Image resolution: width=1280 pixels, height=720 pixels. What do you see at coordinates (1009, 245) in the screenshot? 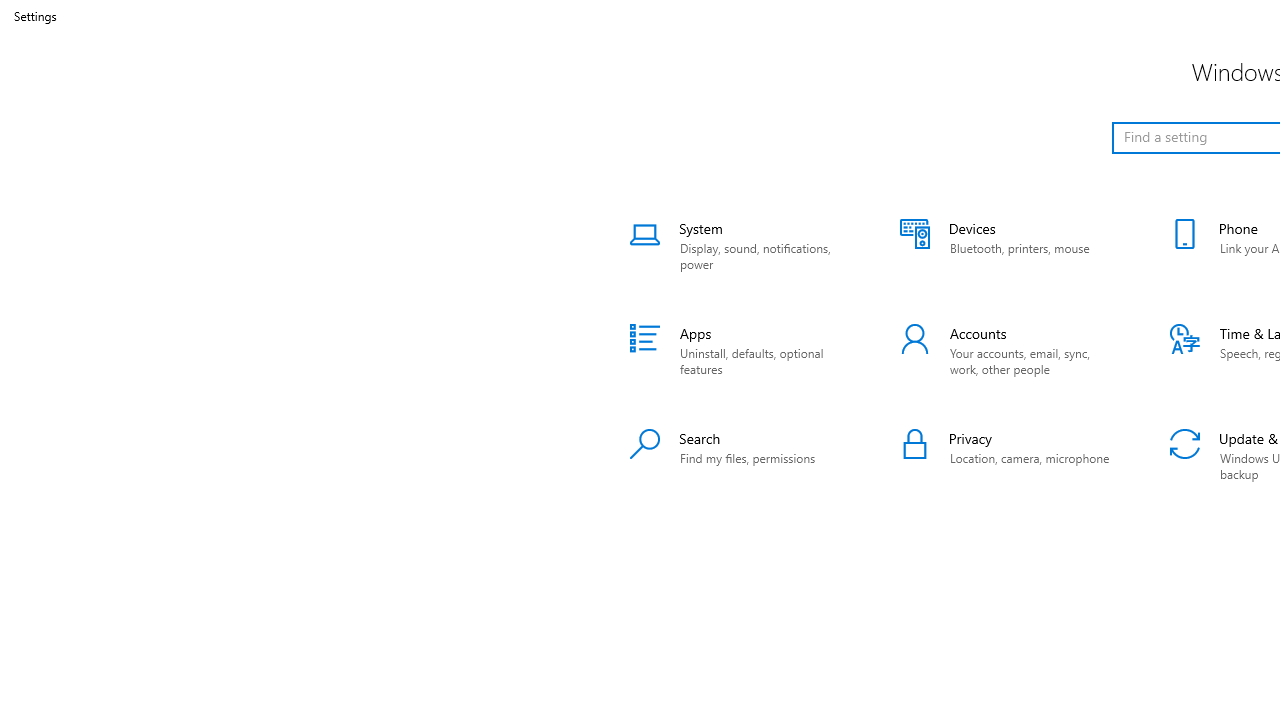
I see `'Devices'` at bounding box center [1009, 245].